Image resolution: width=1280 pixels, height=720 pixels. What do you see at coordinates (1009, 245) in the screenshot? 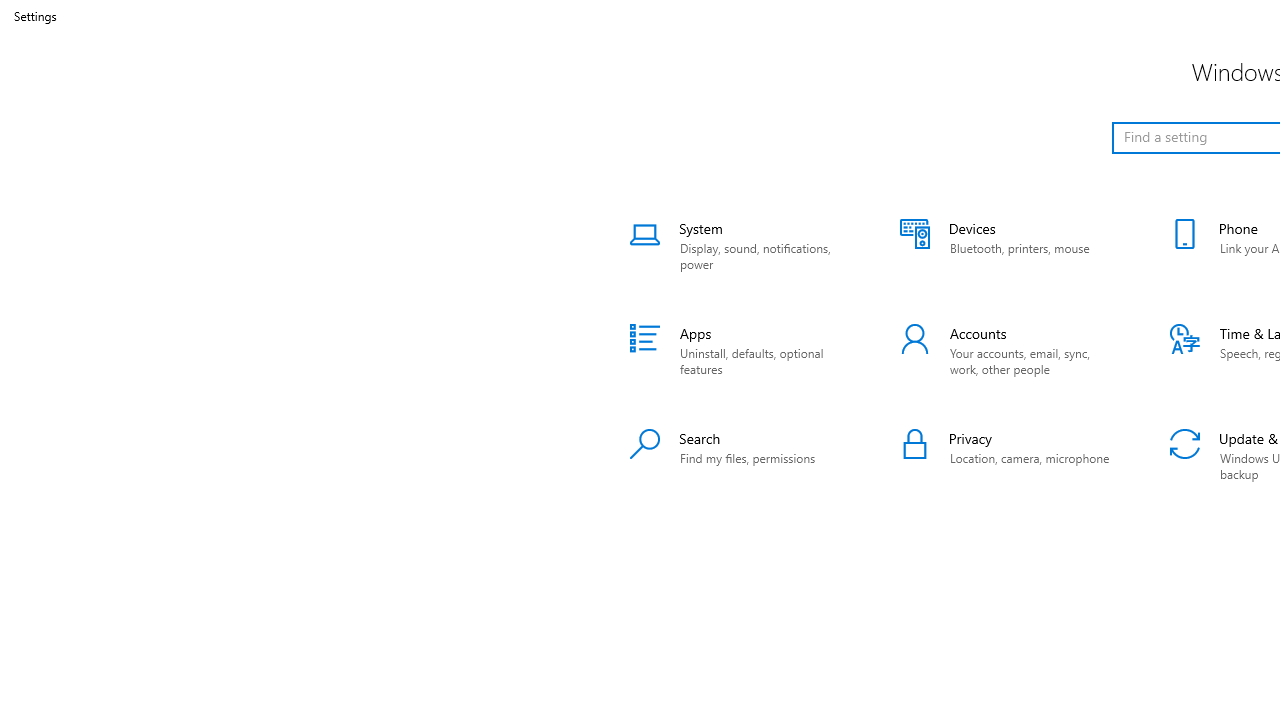
I see `'Devices'` at bounding box center [1009, 245].